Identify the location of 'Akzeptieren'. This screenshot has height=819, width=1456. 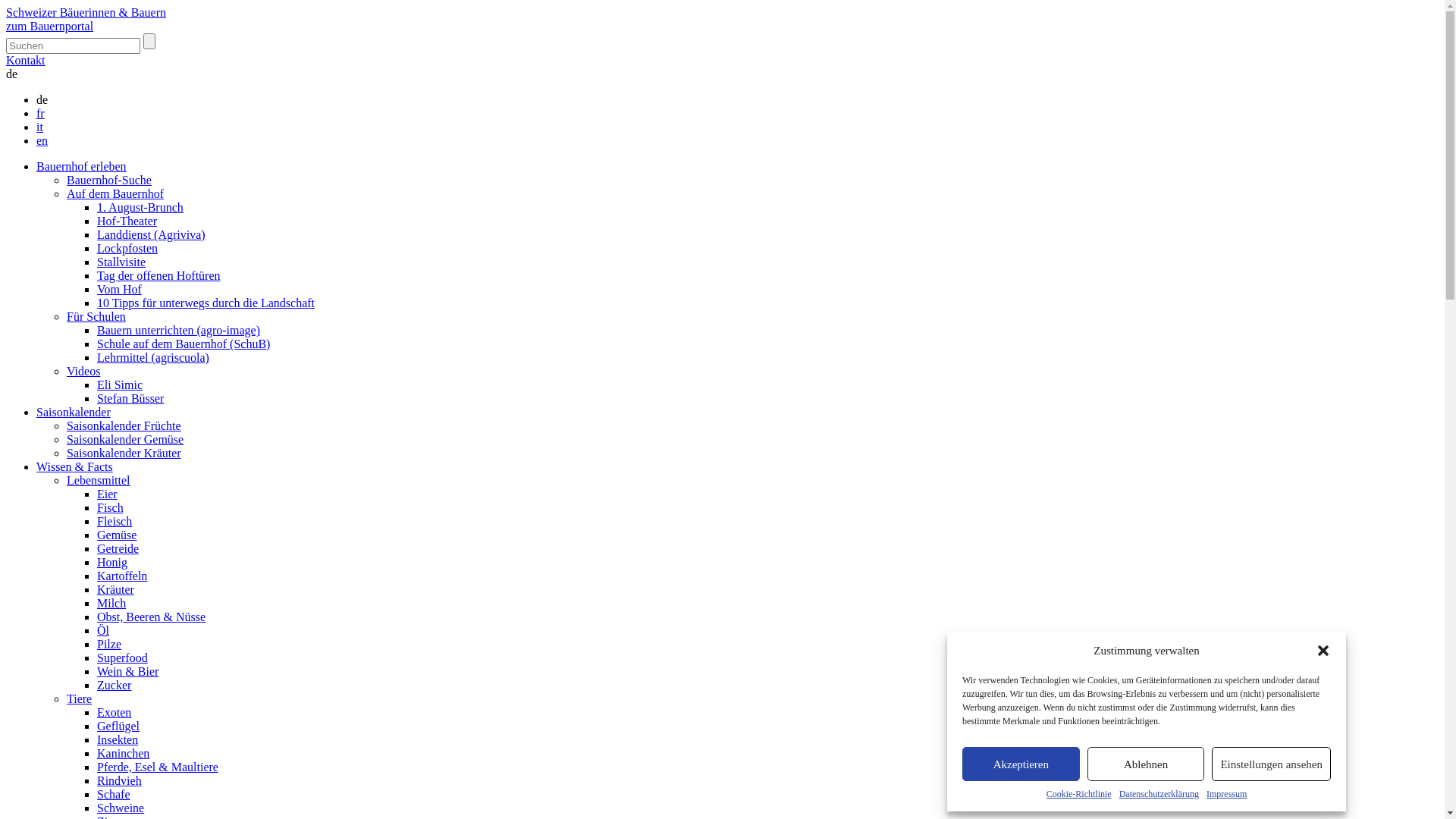
(1021, 764).